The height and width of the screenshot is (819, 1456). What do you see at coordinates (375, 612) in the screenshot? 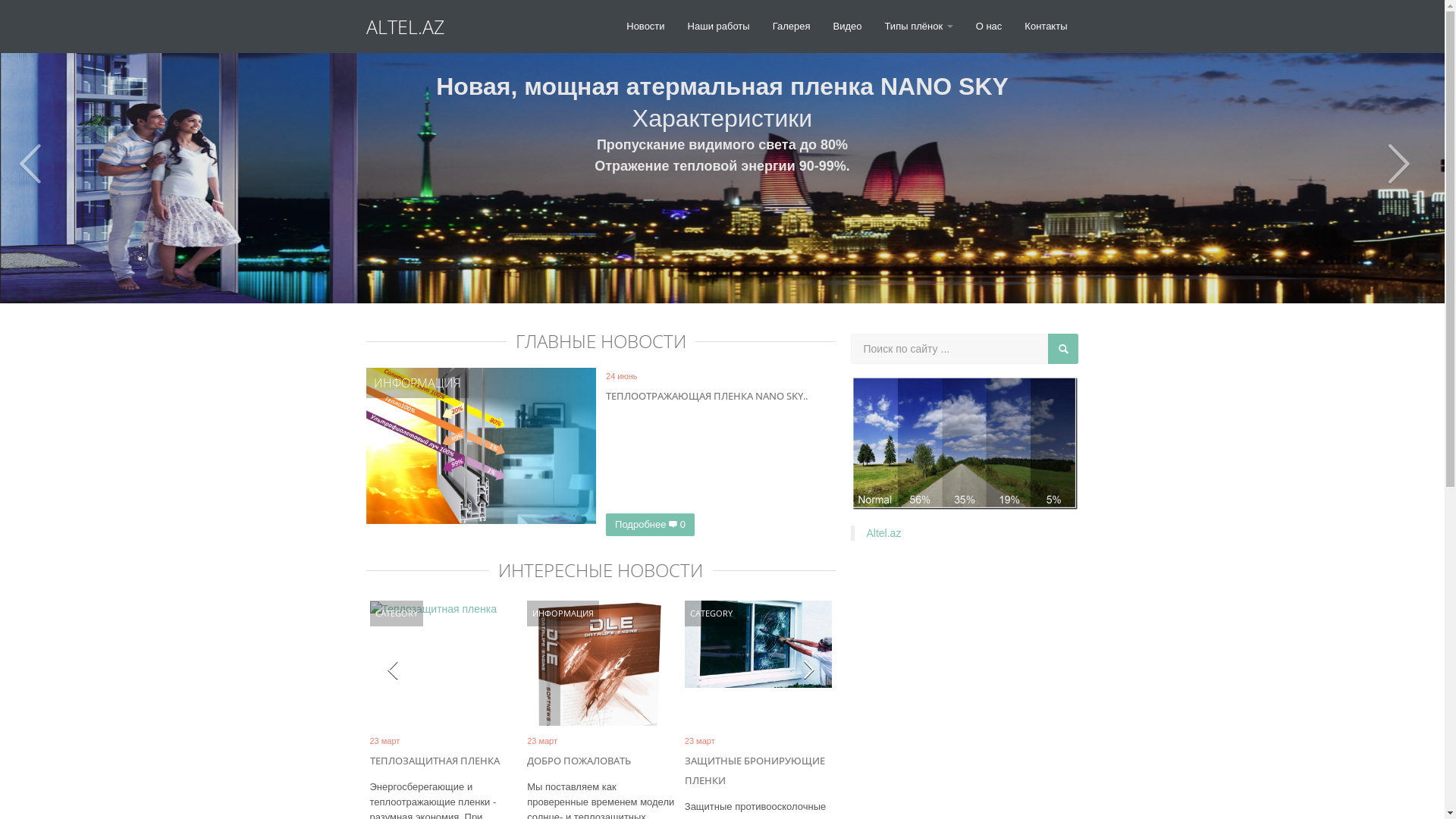
I see `'CATEGORY'` at bounding box center [375, 612].